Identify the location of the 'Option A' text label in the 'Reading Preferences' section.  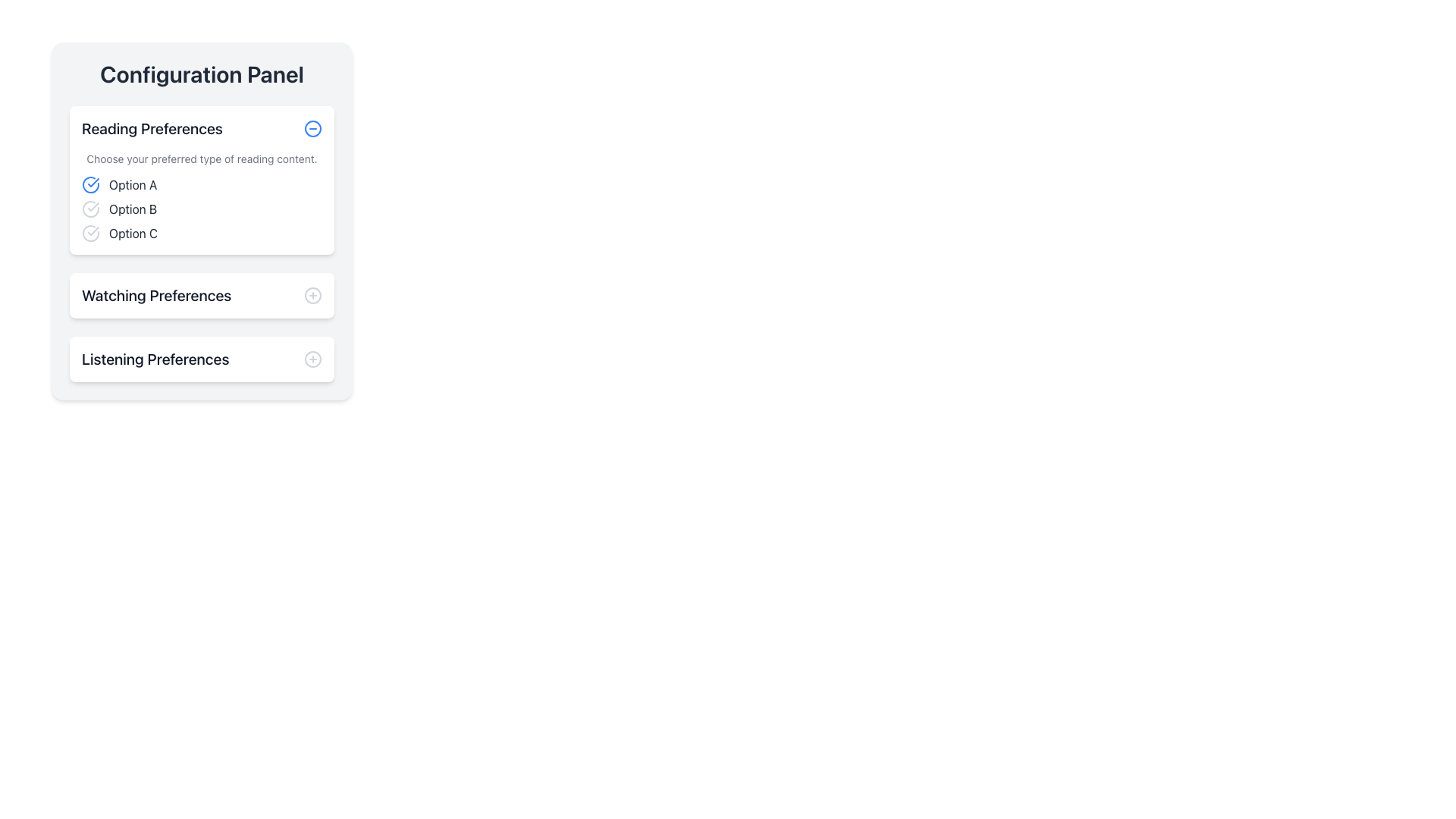
(133, 184).